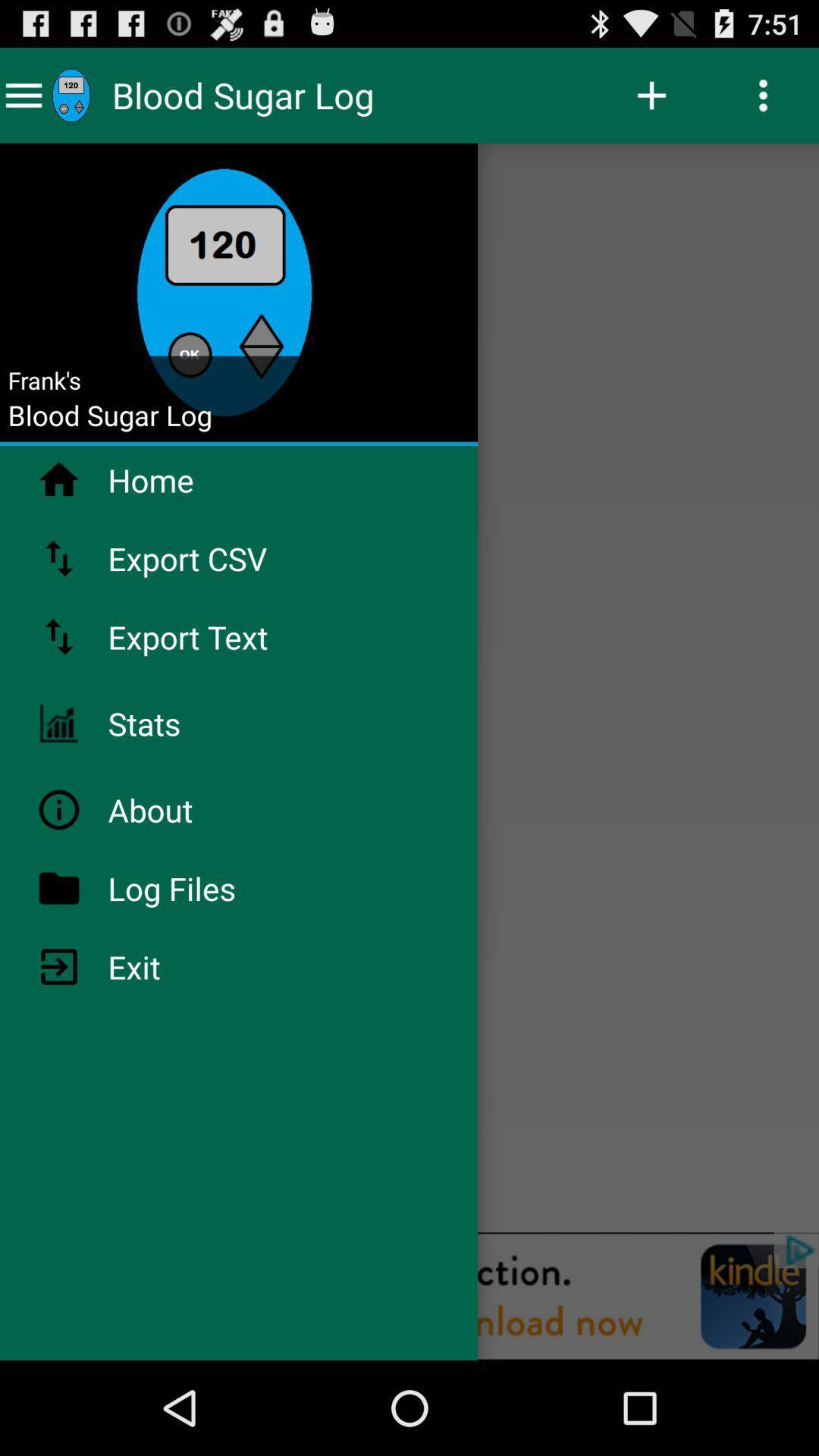 The height and width of the screenshot is (1456, 819). Describe the element at coordinates (227, 557) in the screenshot. I see `the item above the export text` at that location.